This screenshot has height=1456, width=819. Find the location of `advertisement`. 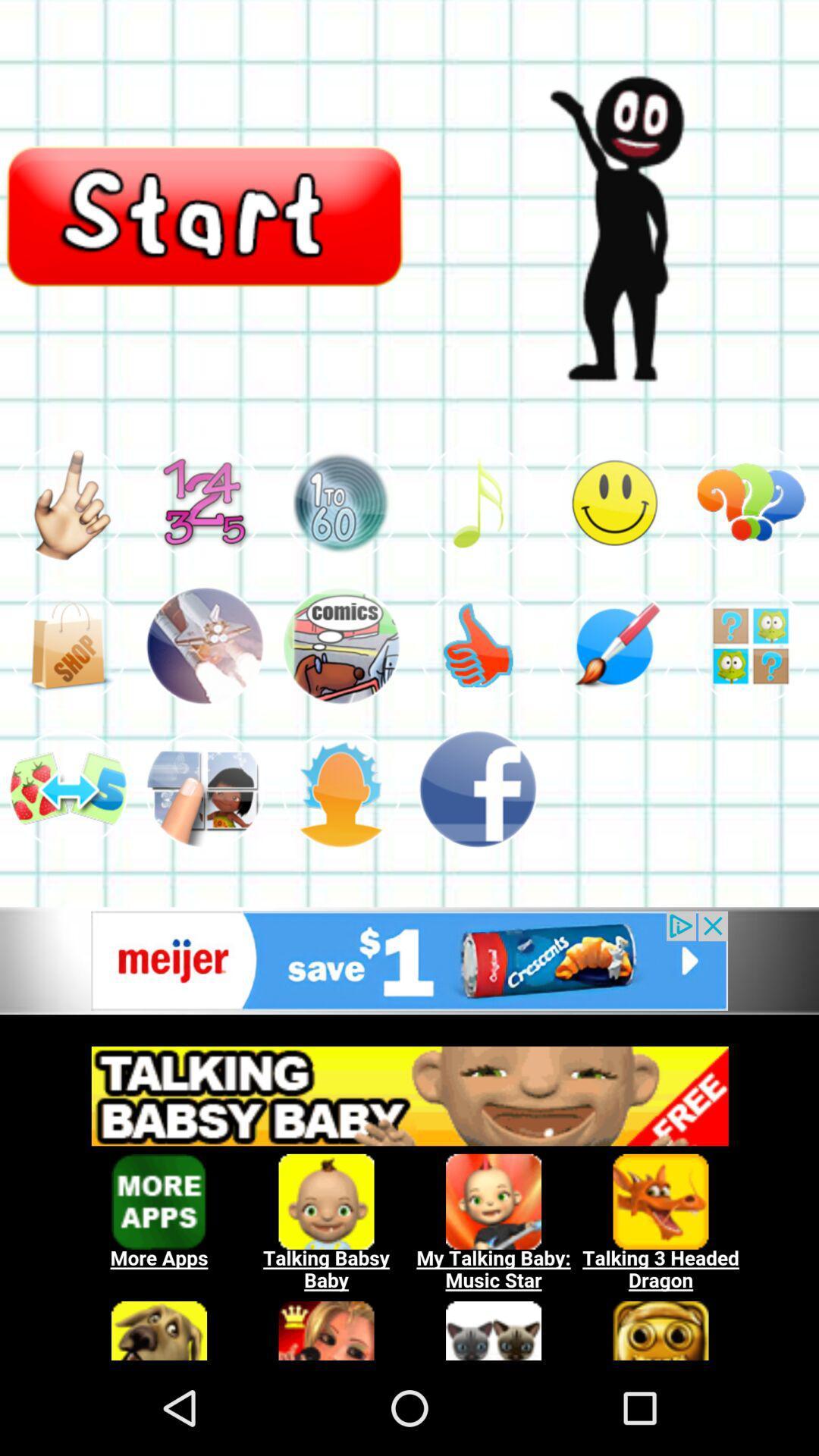

advertisement is located at coordinates (476, 789).